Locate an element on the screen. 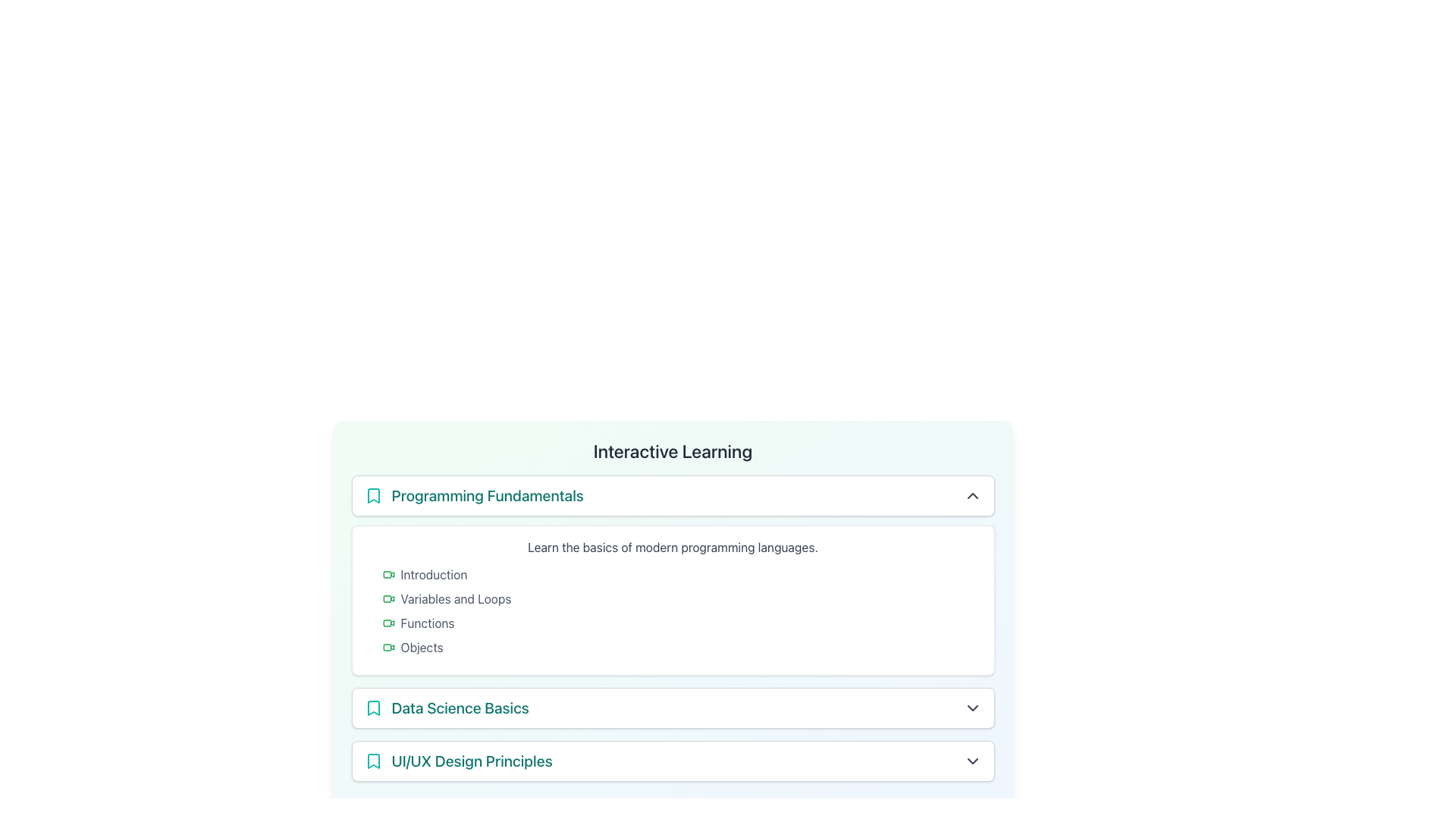  the downward-pointing chevron icon located on the right side of the 'Data Science Basics' section header is located at coordinates (972, 708).